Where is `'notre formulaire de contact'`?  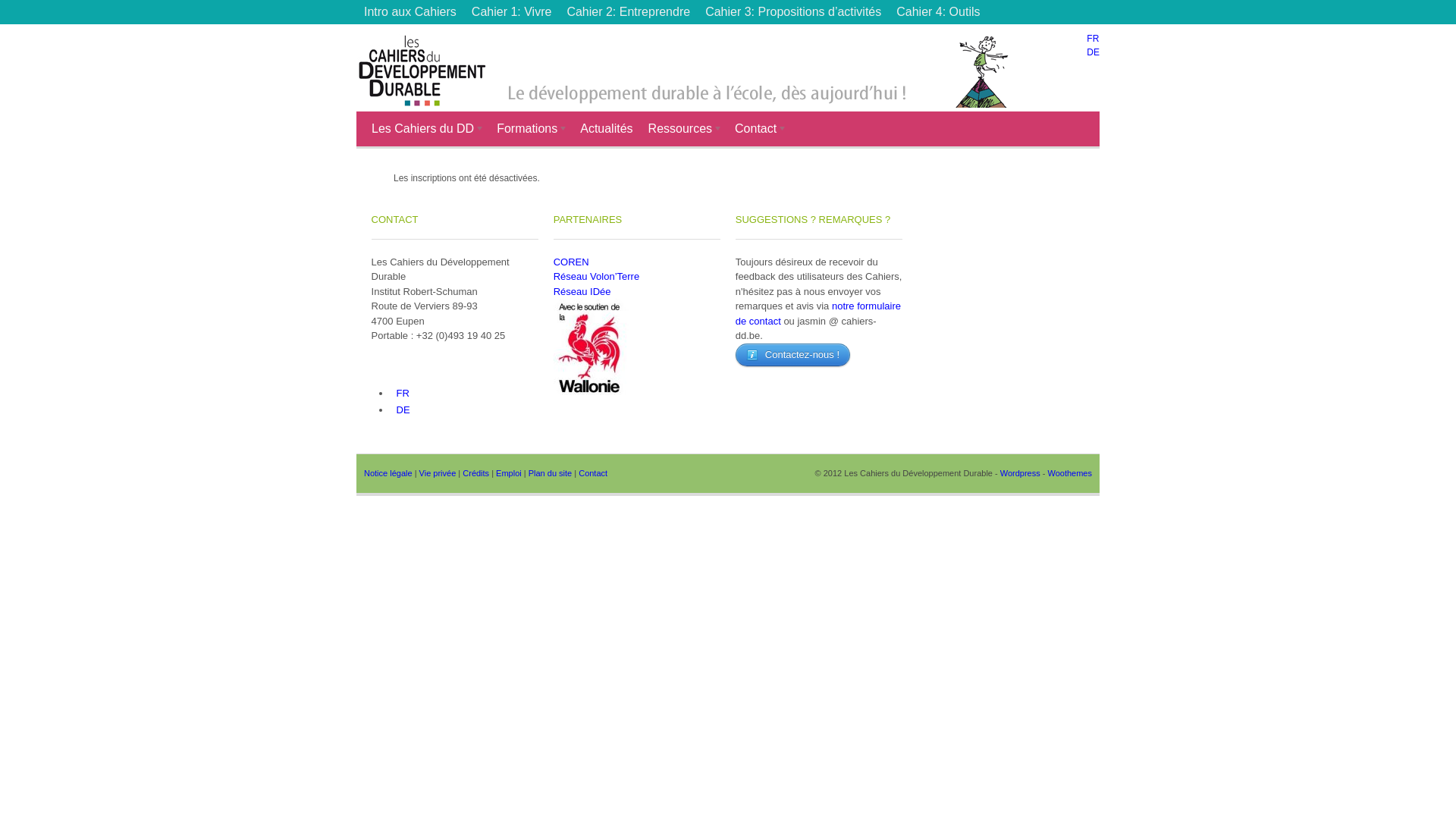
'notre formulaire de contact' is located at coordinates (817, 312).